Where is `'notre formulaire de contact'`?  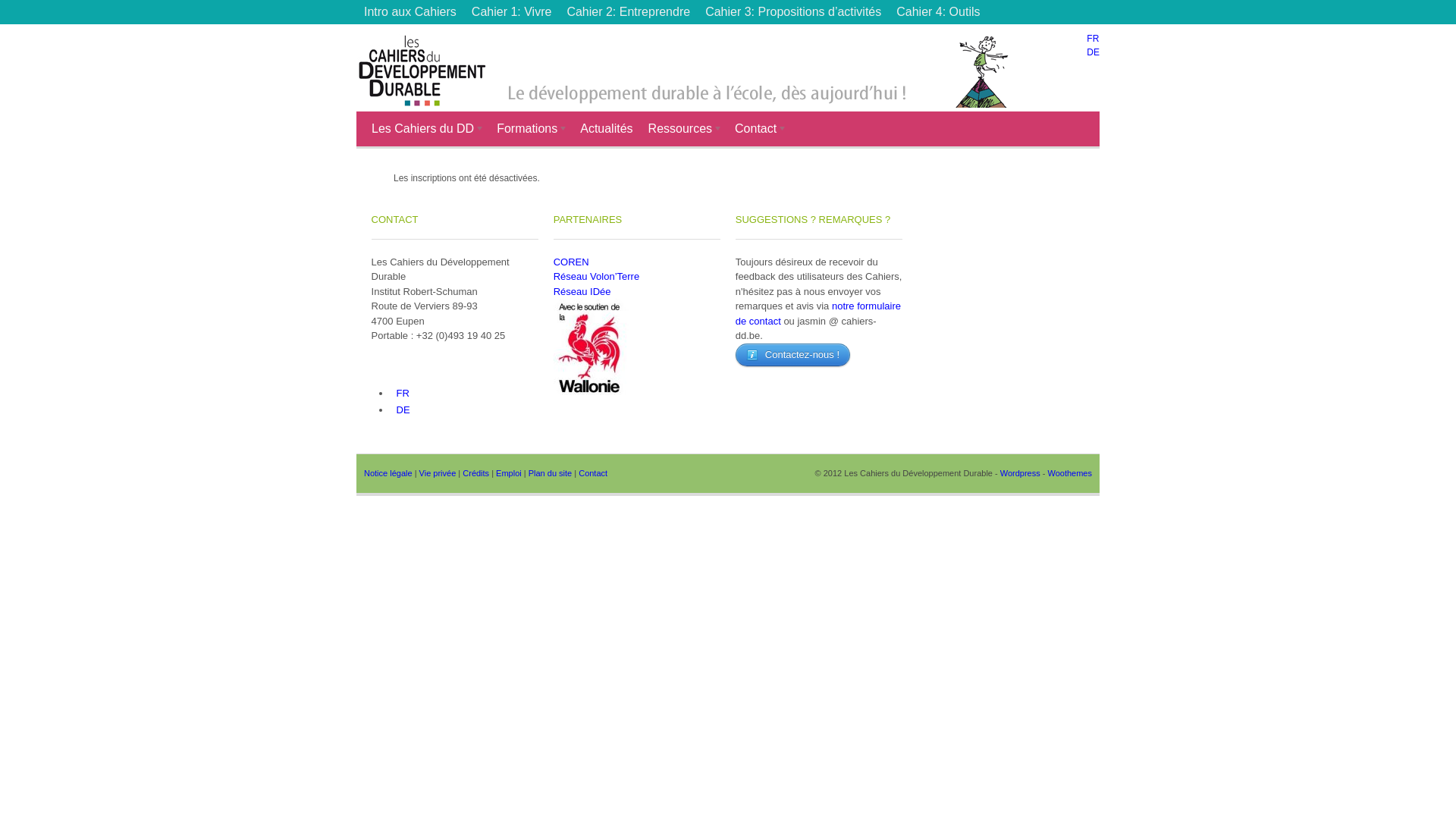
'notre formulaire de contact' is located at coordinates (817, 312).